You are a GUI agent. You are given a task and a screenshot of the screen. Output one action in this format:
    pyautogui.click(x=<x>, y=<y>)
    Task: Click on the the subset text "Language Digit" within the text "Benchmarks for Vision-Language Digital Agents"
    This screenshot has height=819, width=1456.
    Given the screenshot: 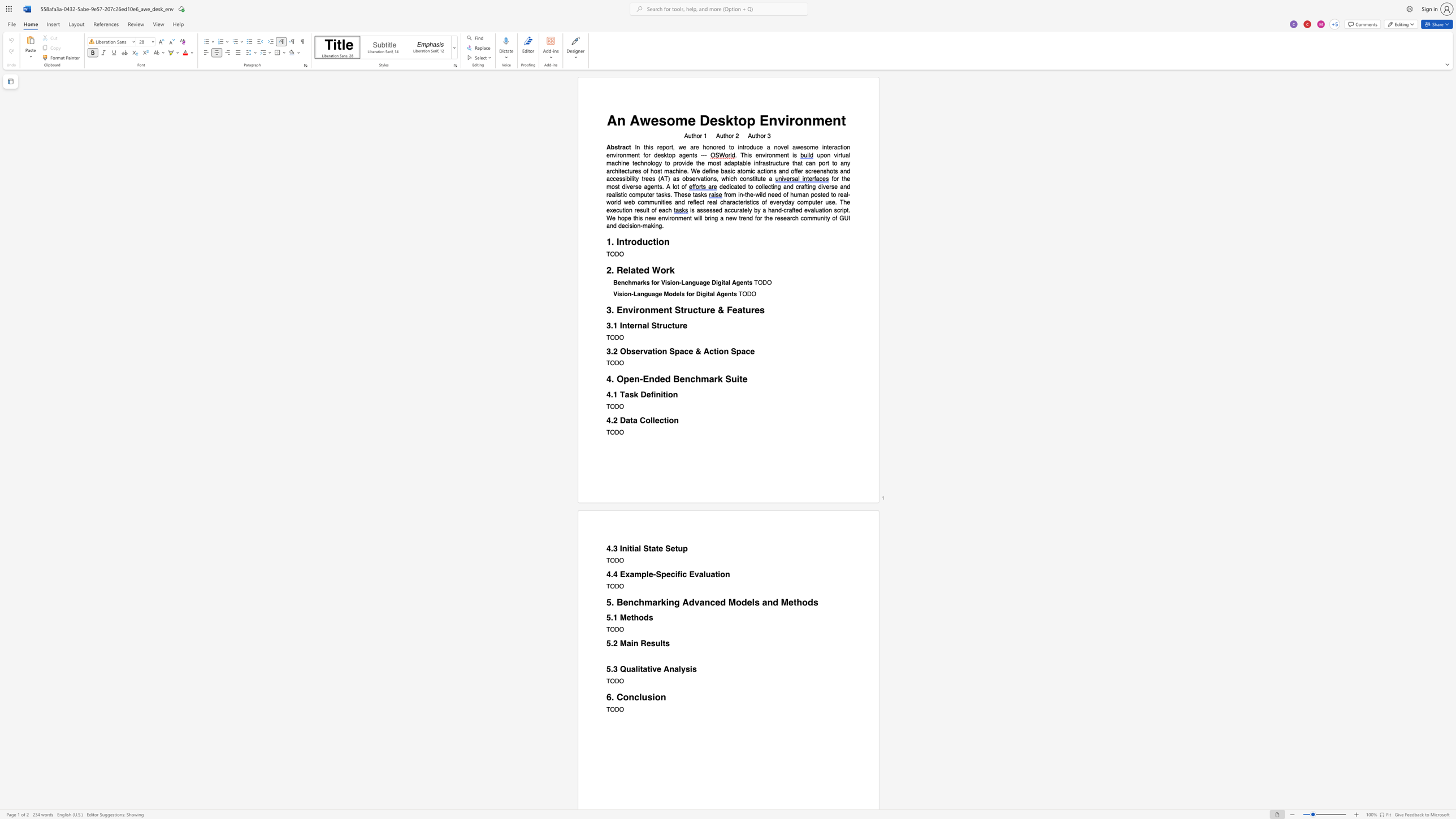 What is the action you would take?
    pyautogui.click(x=681, y=283)
    